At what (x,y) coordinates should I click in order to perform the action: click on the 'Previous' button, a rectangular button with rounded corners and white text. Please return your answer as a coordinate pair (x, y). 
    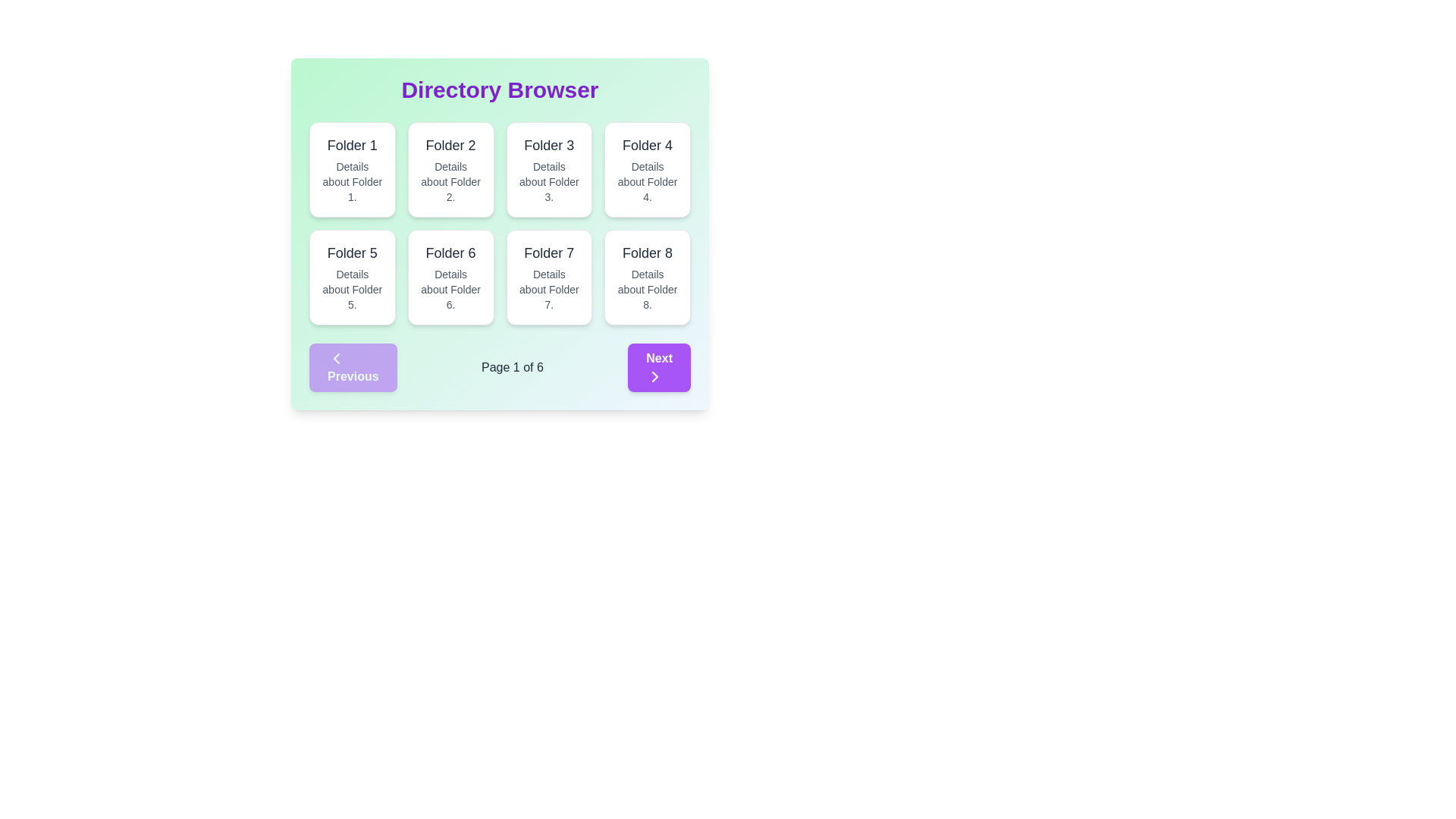
    Looking at the image, I should click on (352, 368).